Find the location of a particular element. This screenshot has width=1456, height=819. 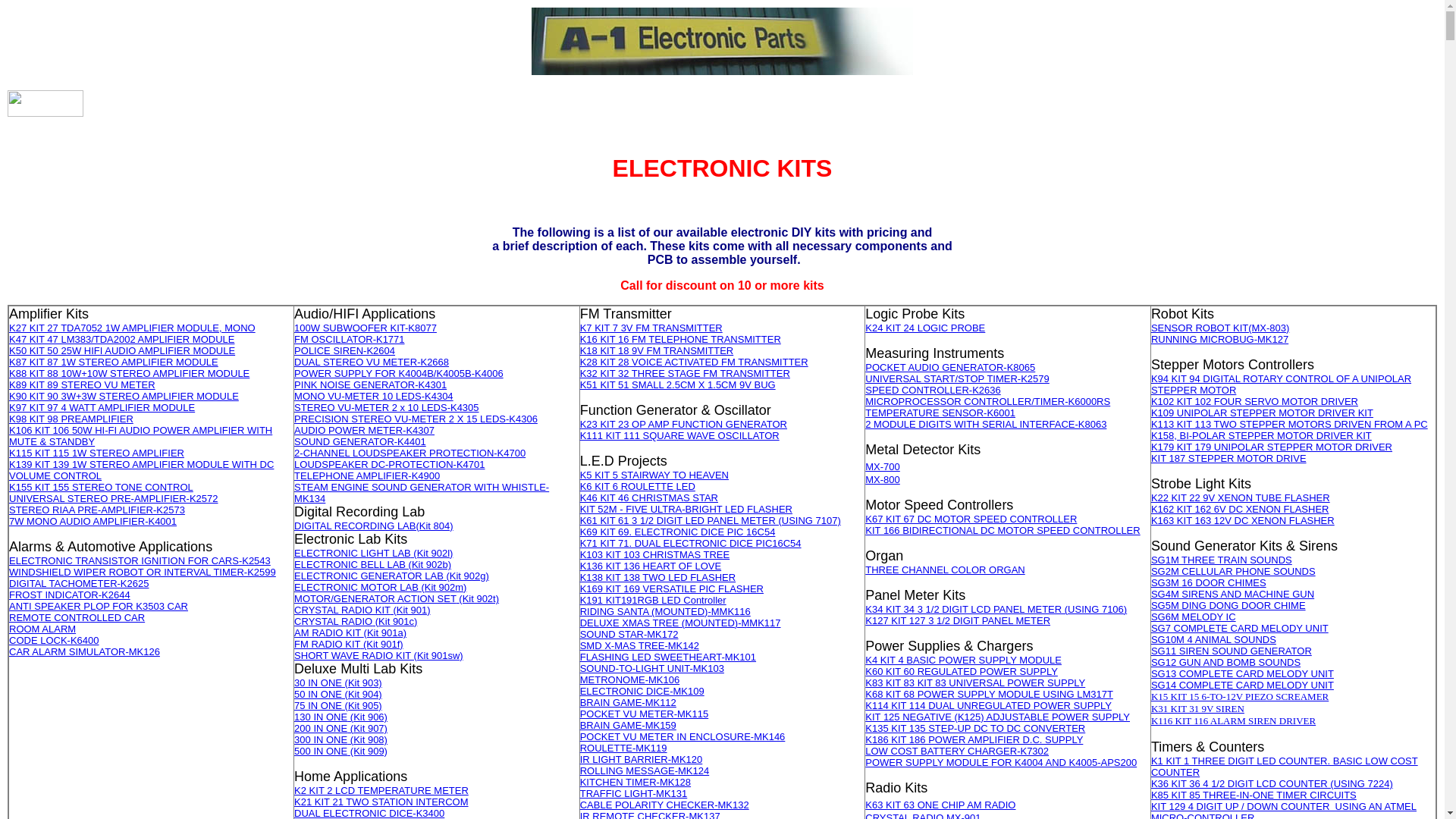

'K23 KIT 23 OP AMP FUNCTION GENERATOR' is located at coordinates (682, 424).